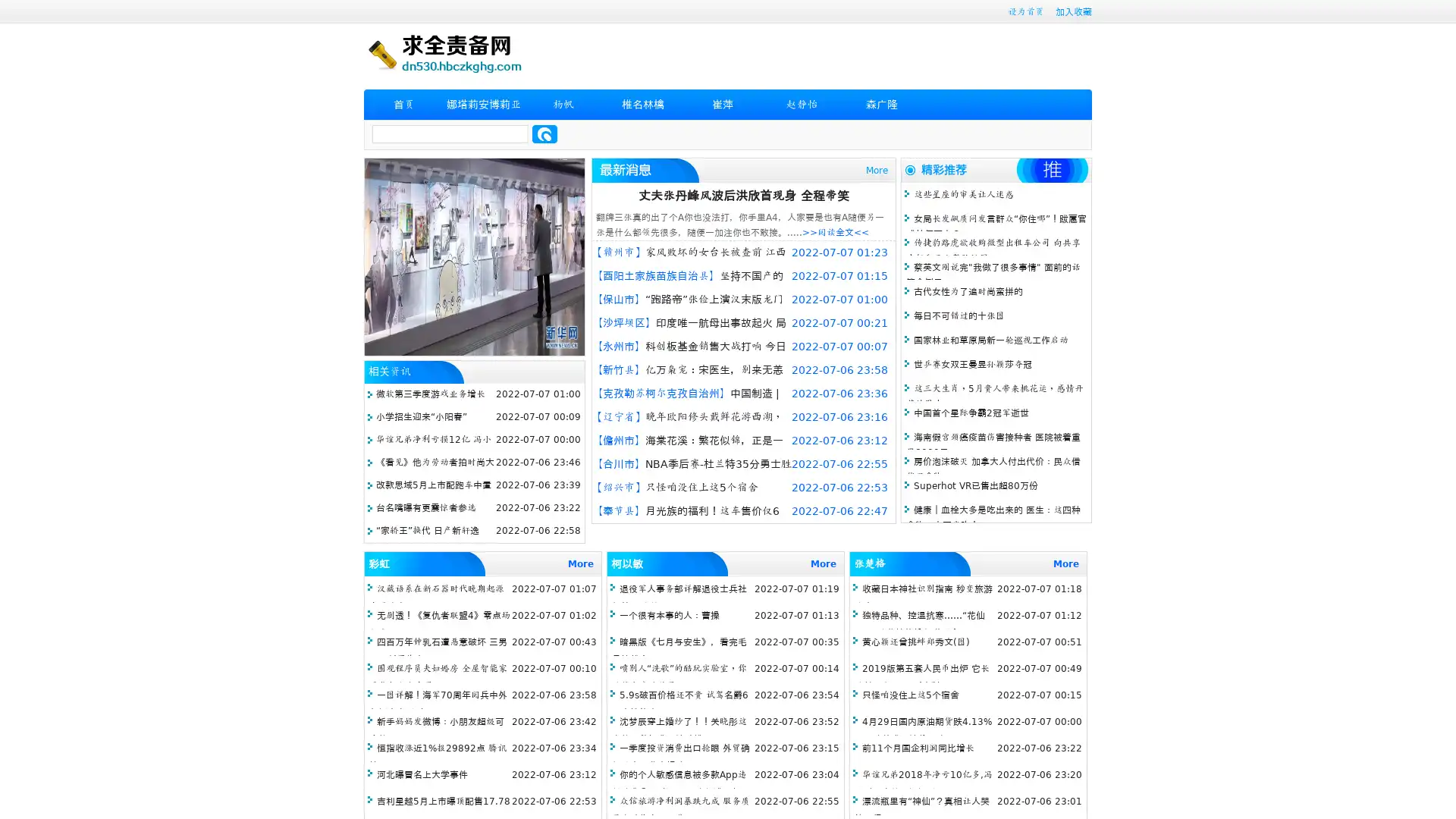  What do you see at coordinates (544, 133) in the screenshot?
I see `Search` at bounding box center [544, 133].